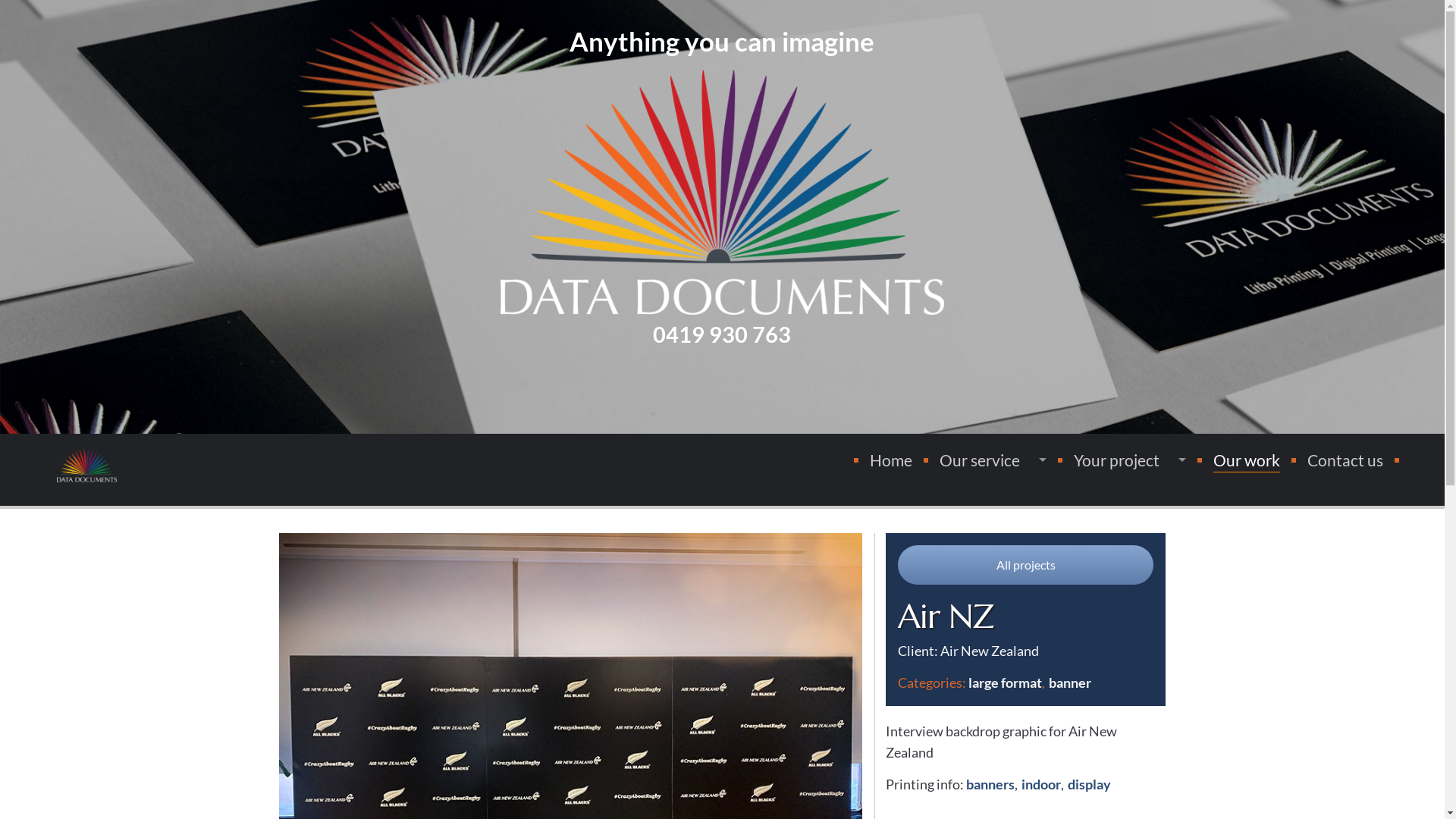  What do you see at coordinates (1066, 784) in the screenshot?
I see `'display'` at bounding box center [1066, 784].